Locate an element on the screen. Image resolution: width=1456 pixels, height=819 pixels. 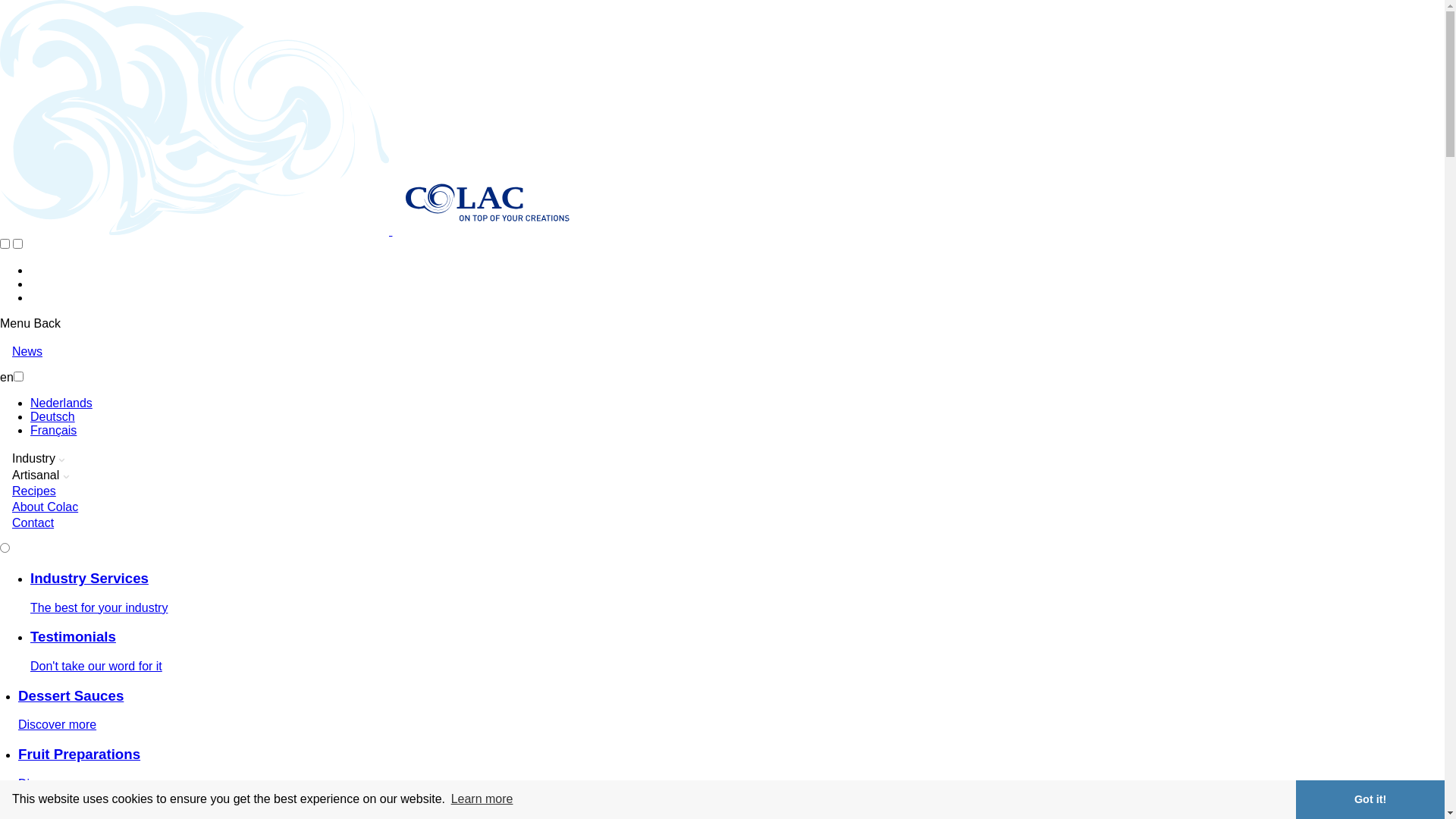
'Dessert Sauces is located at coordinates (731, 710).